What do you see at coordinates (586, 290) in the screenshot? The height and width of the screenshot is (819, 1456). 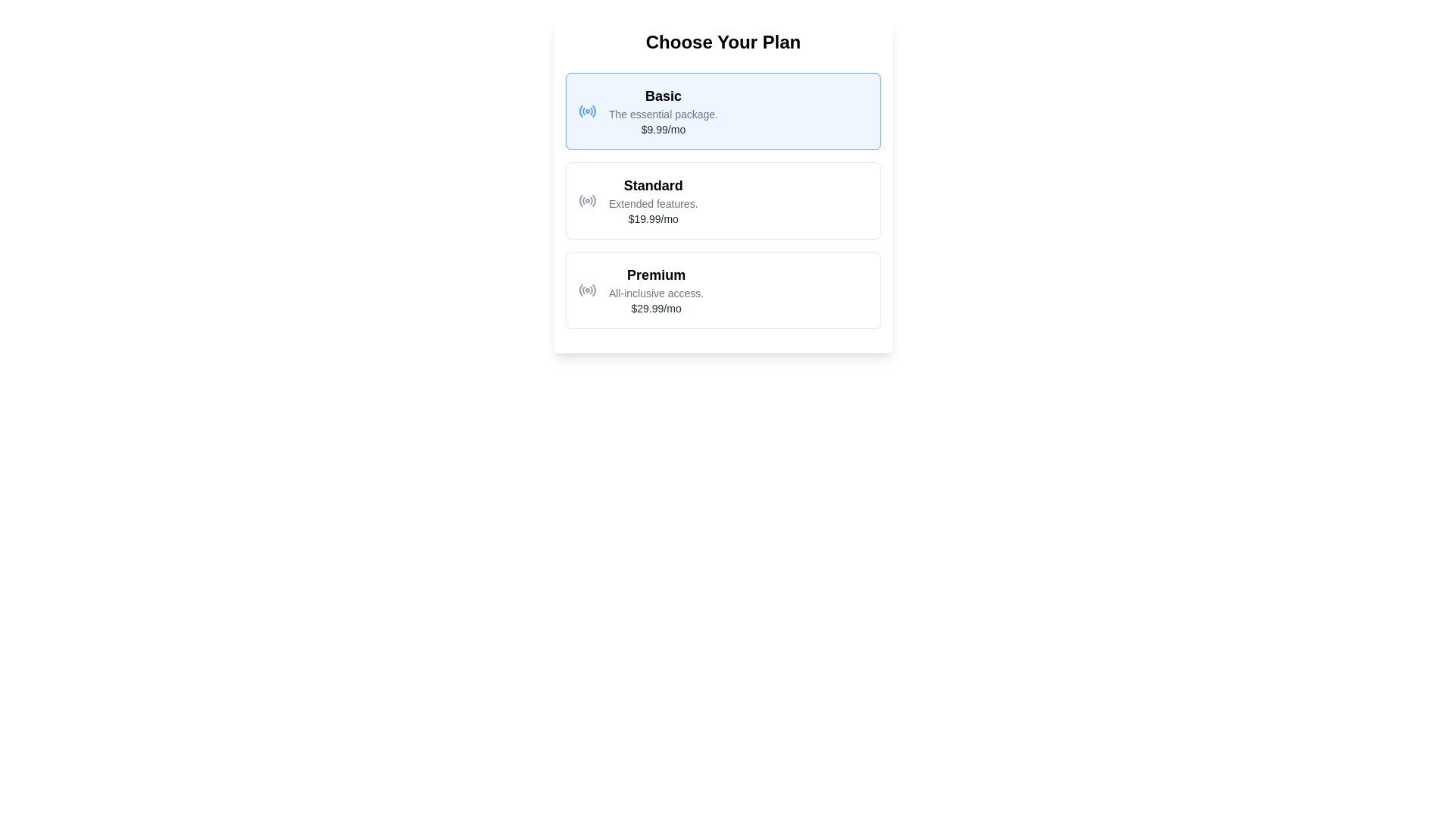 I see `the 'Premium' subscription icon, which is located to the left of the 'Premium' subscription option in the list of plans` at bounding box center [586, 290].